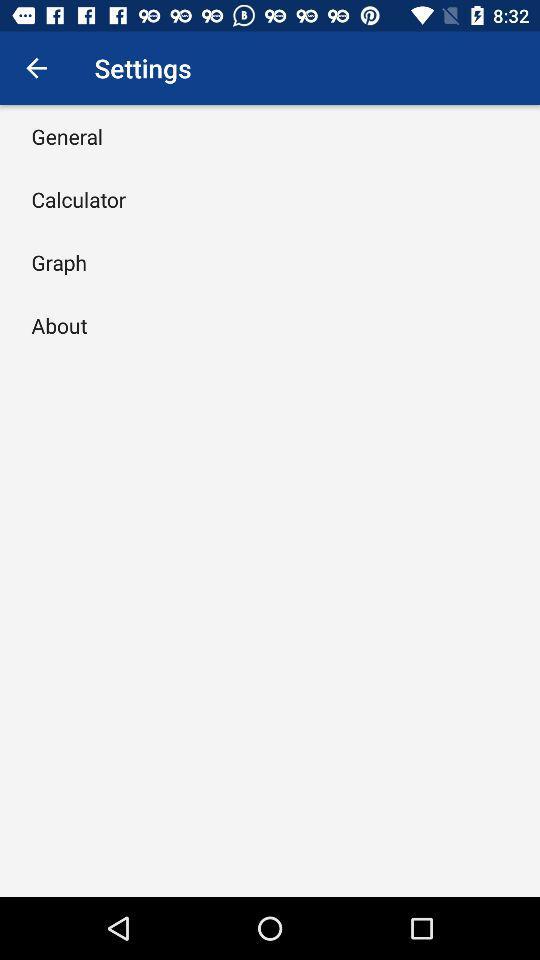 This screenshot has height=960, width=540. Describe the element at coordinates (36, 68) in the screenshot. I see `item above the general item` at that location.